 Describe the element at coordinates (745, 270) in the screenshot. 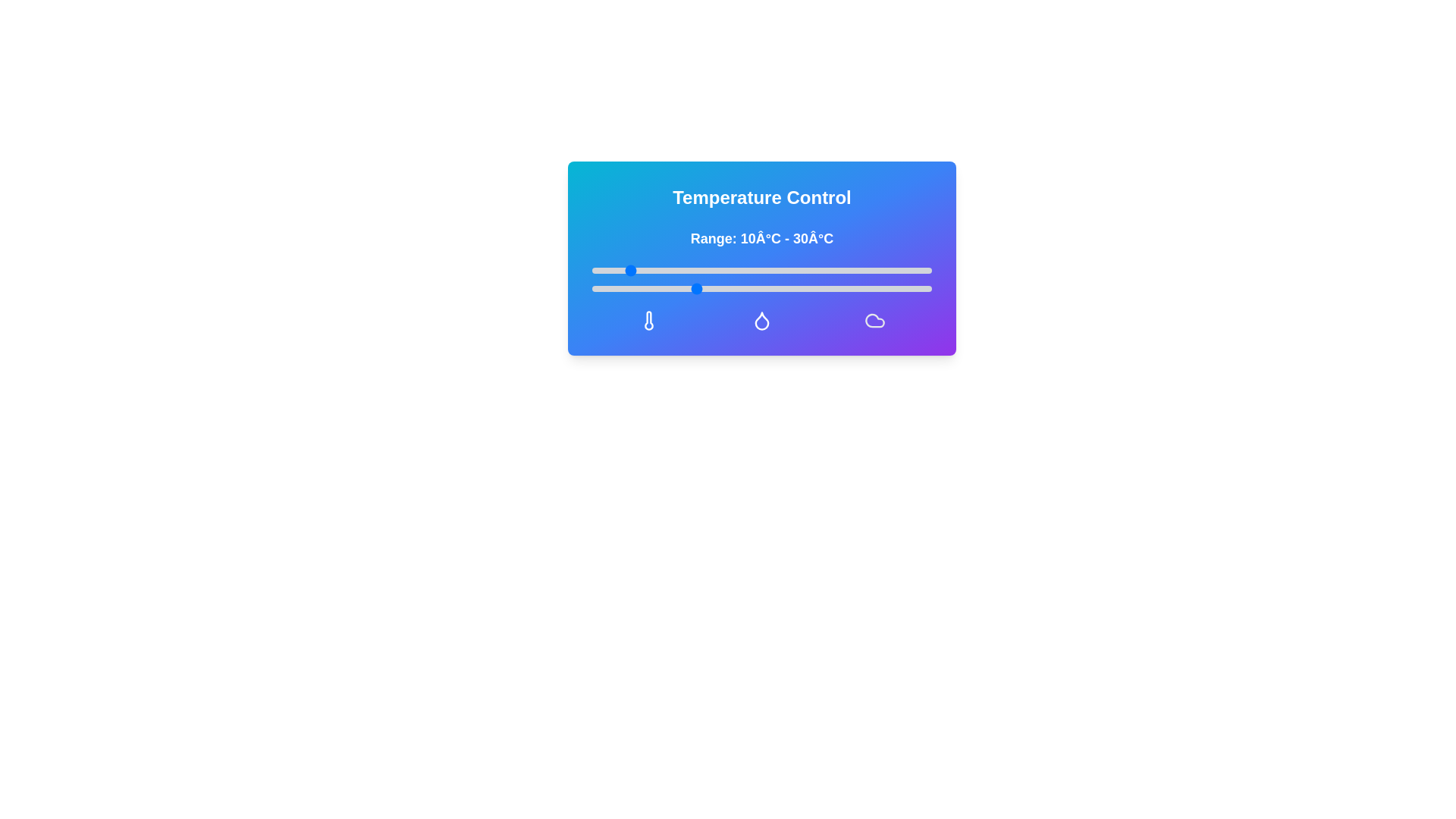

I see `the temperature` at that location.